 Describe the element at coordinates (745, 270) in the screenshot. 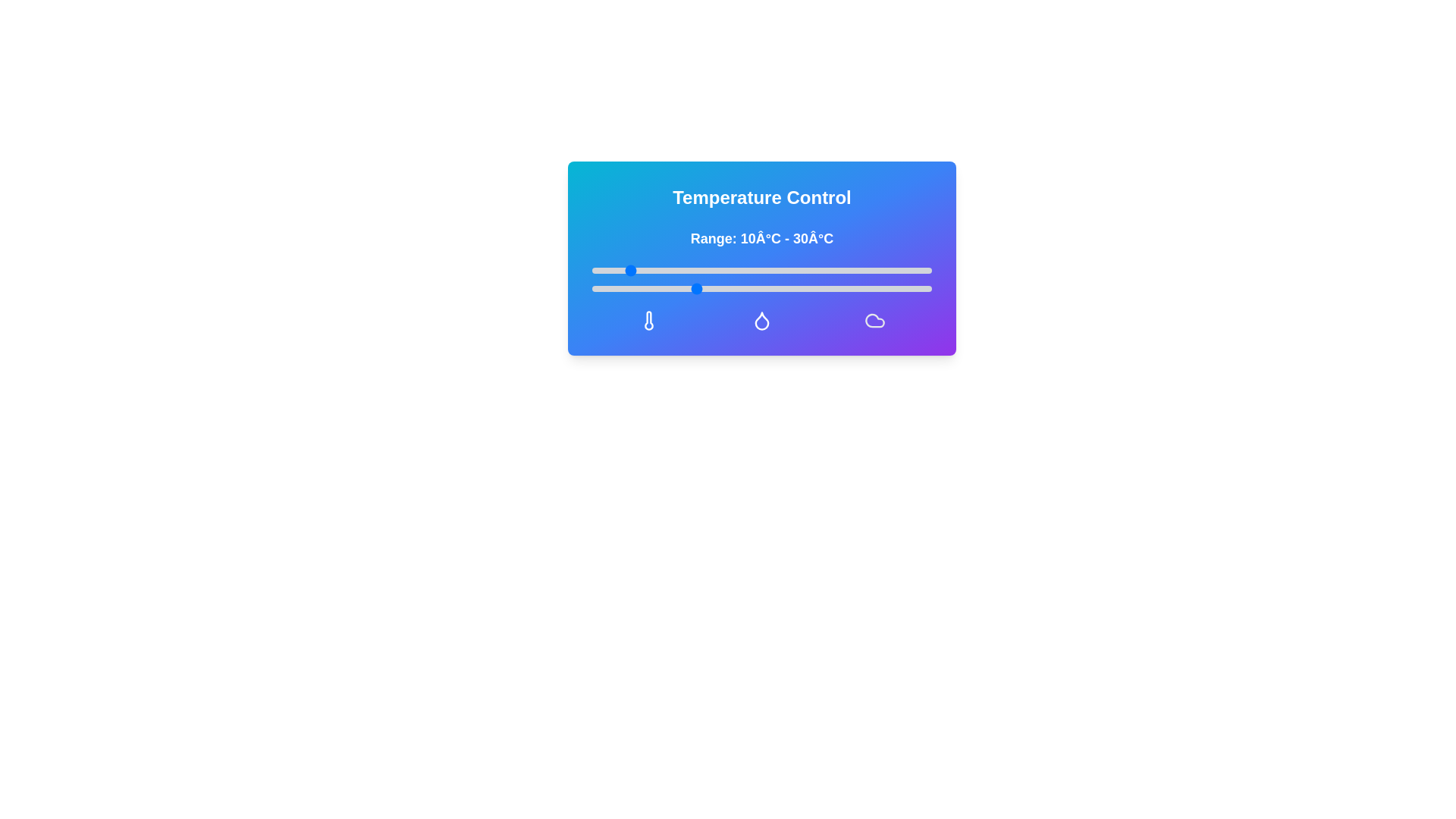

I see `the temperature` at that location.